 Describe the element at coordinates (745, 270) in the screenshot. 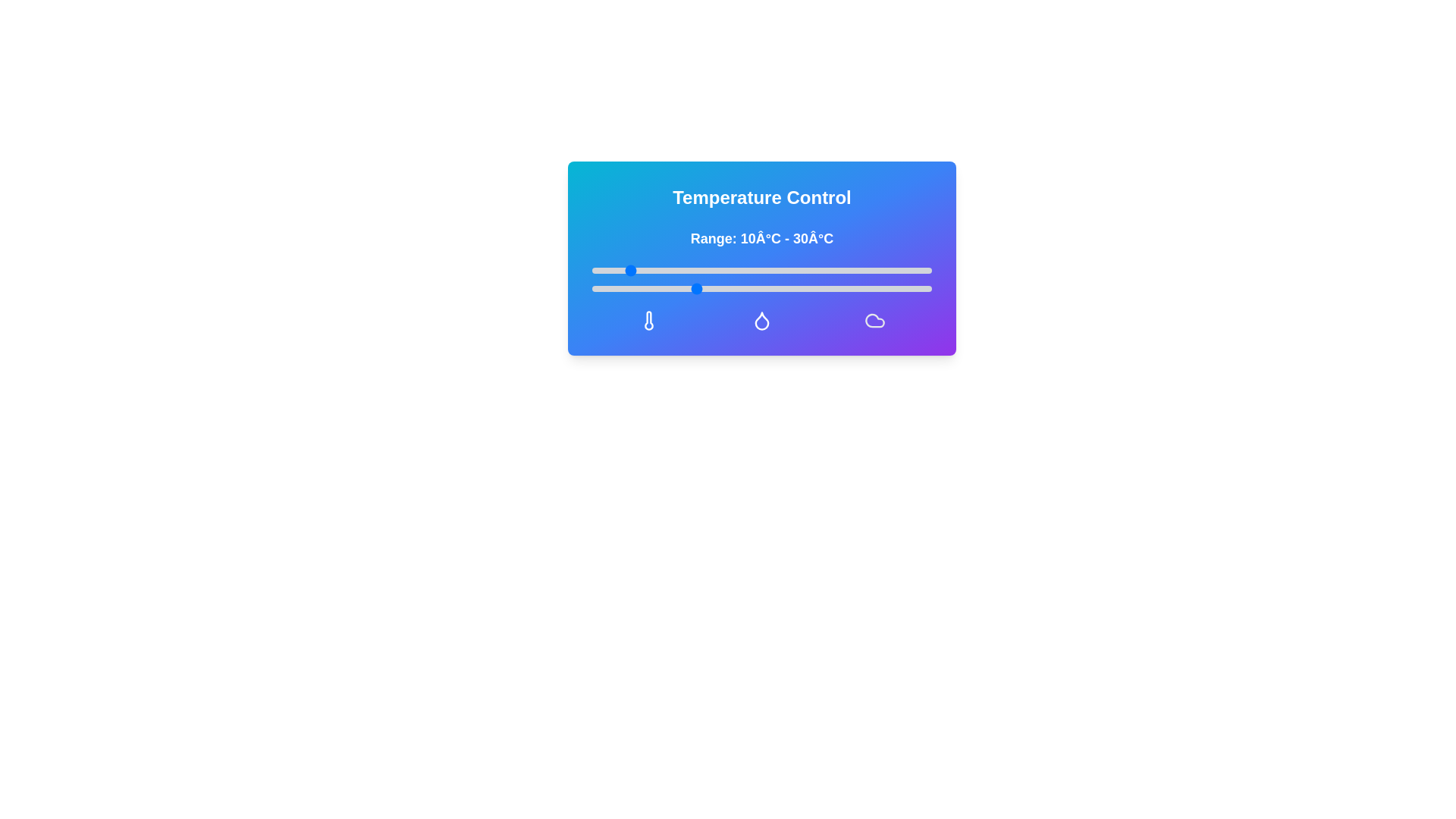

I see `the temperature` at that location.